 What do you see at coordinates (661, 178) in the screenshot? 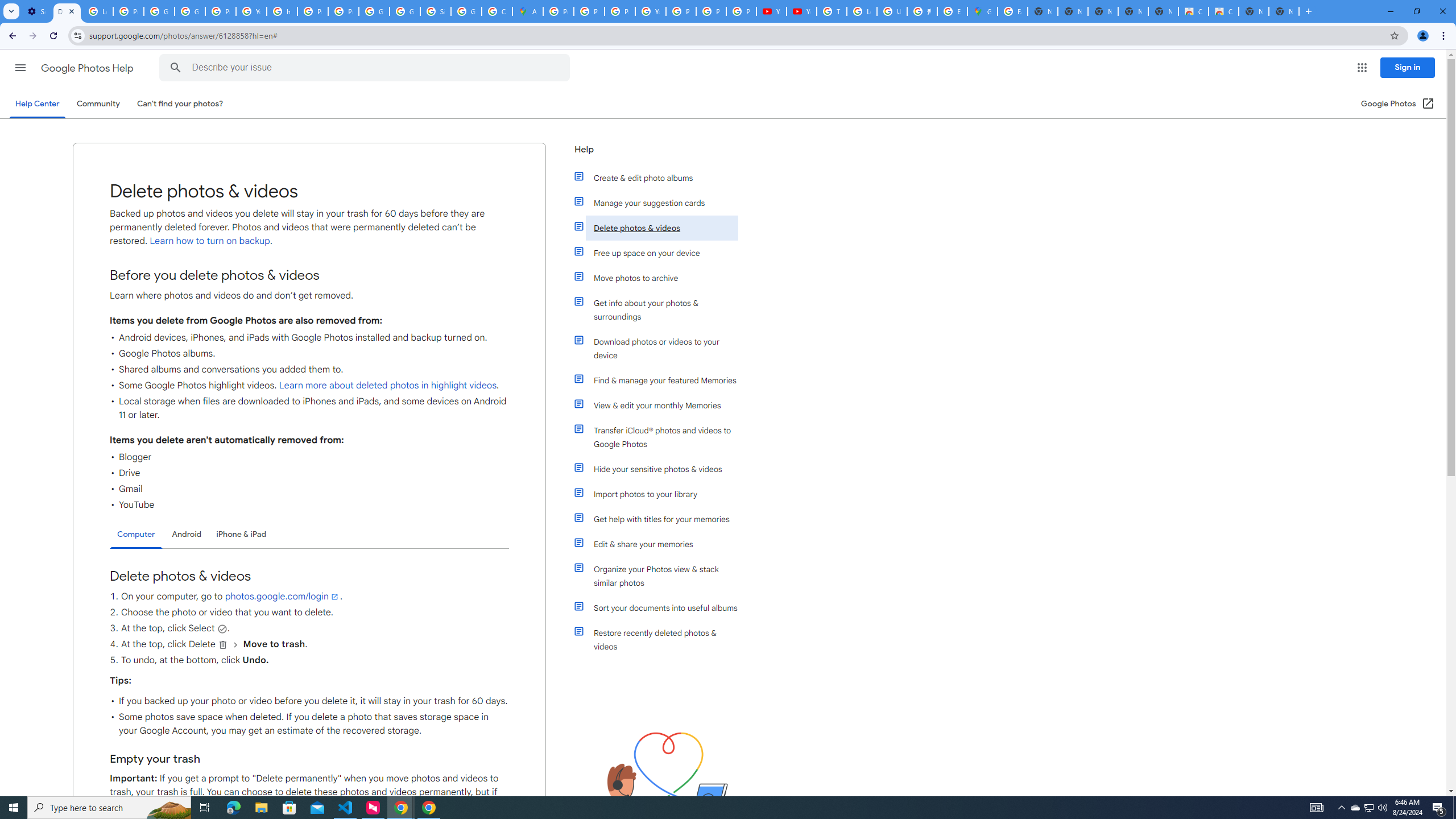
I see `'Create & edit photo albums'` at bounding box center [661, 178].